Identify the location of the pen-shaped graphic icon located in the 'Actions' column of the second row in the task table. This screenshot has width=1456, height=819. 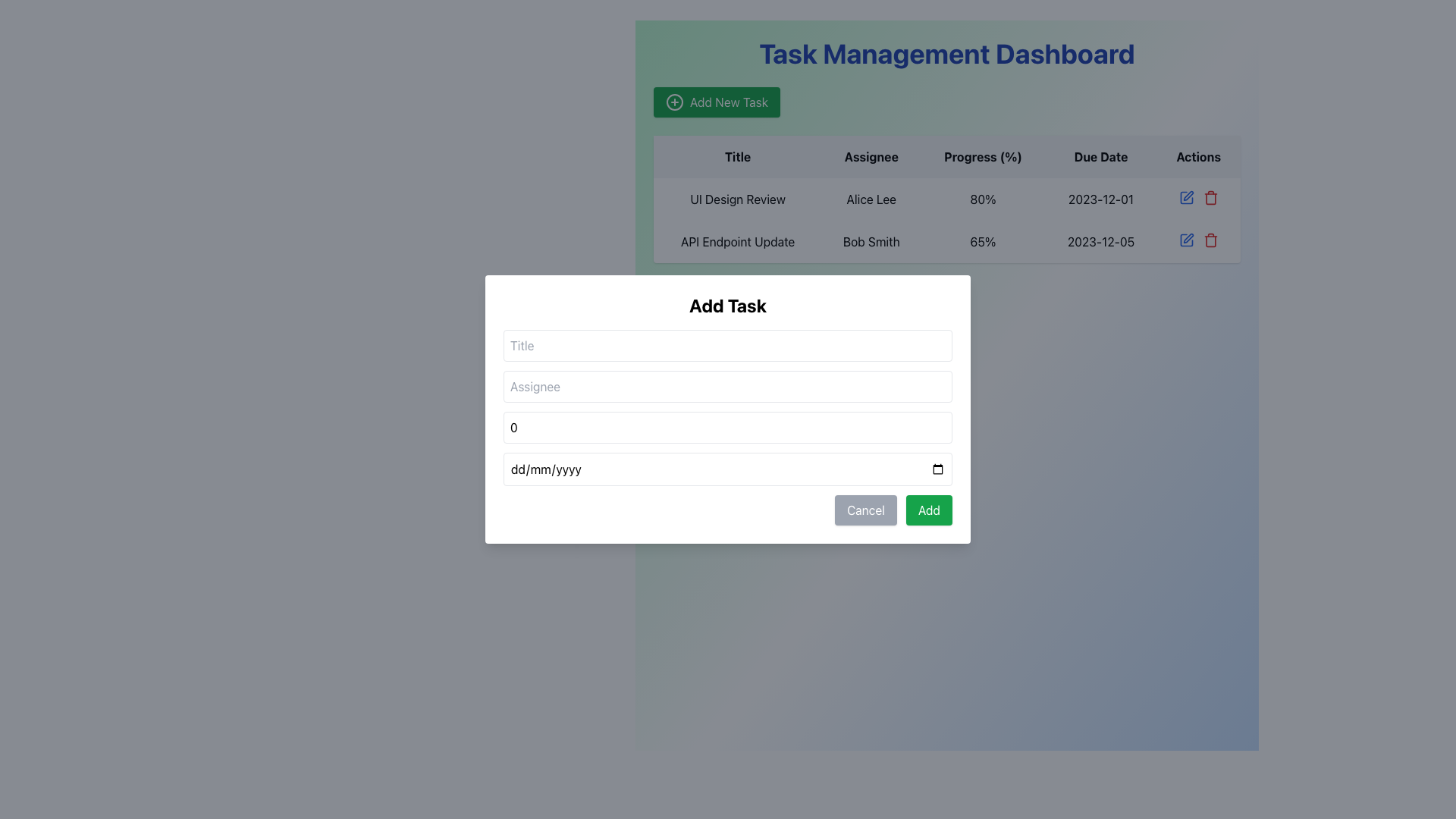
(1188, 238).